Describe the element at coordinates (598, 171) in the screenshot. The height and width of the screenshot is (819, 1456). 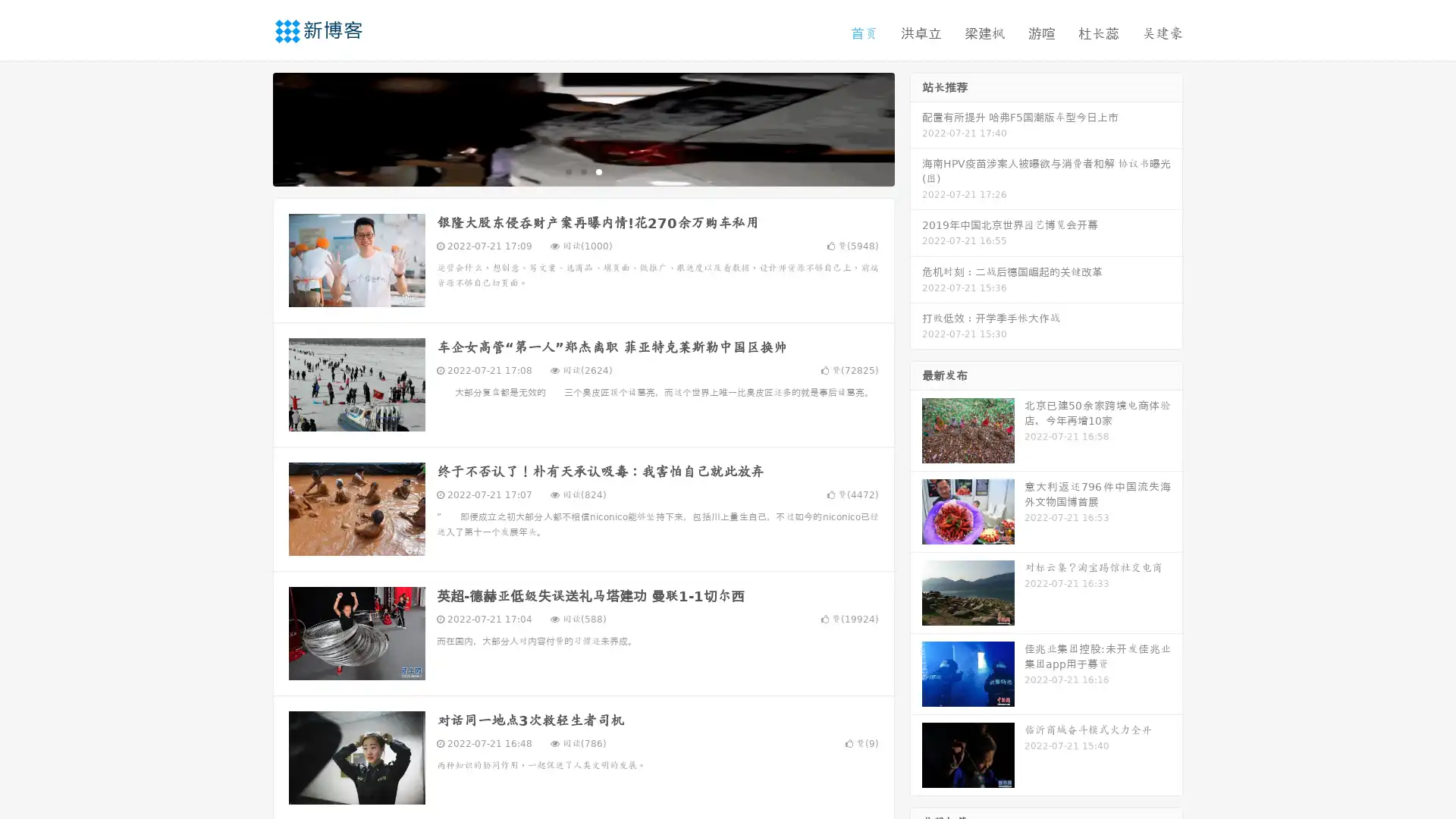
I see `Go to slide 3` at that location.